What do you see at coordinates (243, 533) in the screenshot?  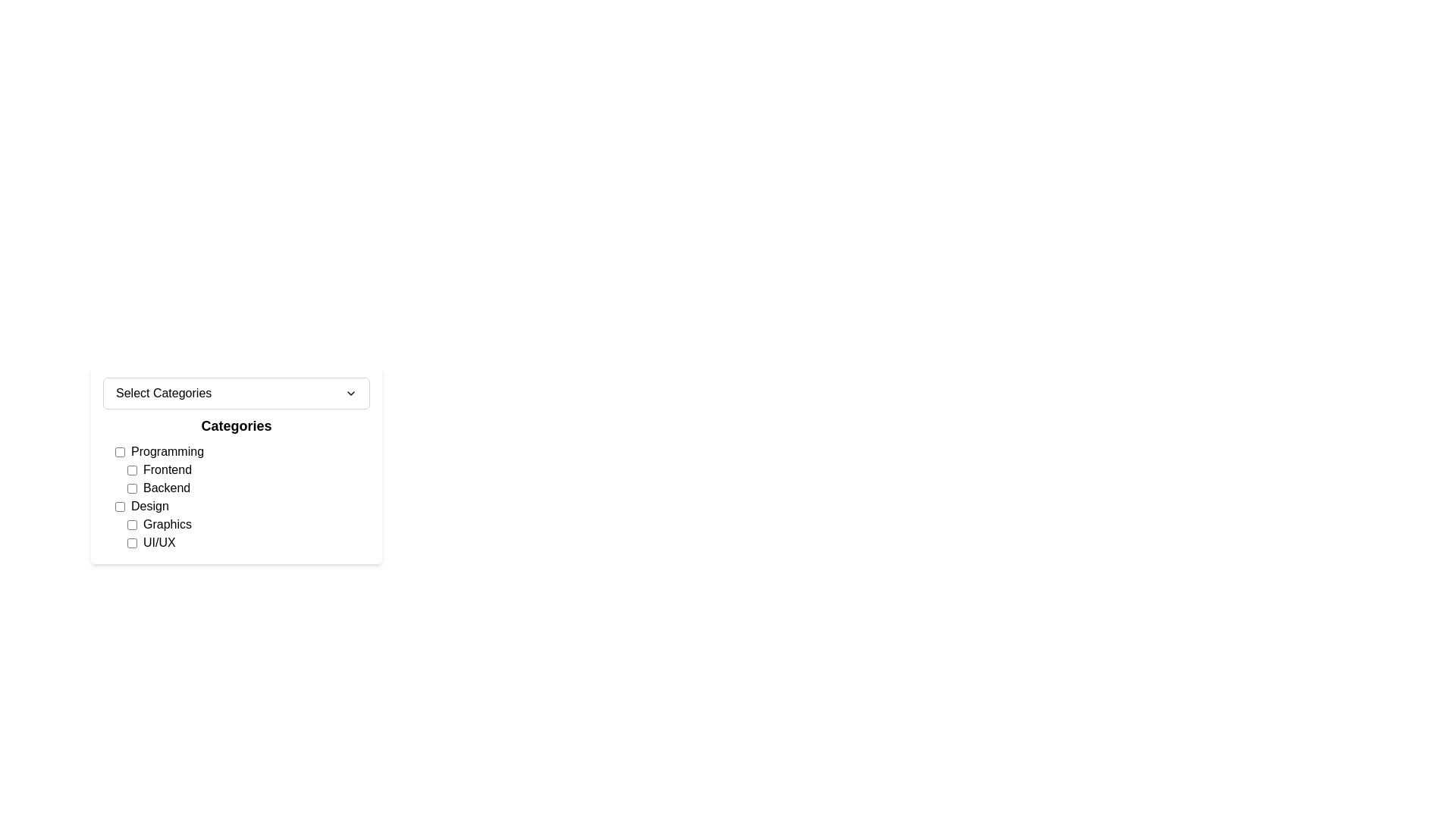 I see `the 'Graphics' checkbox located under the 'Design' category` at bounding box center [243, 533].